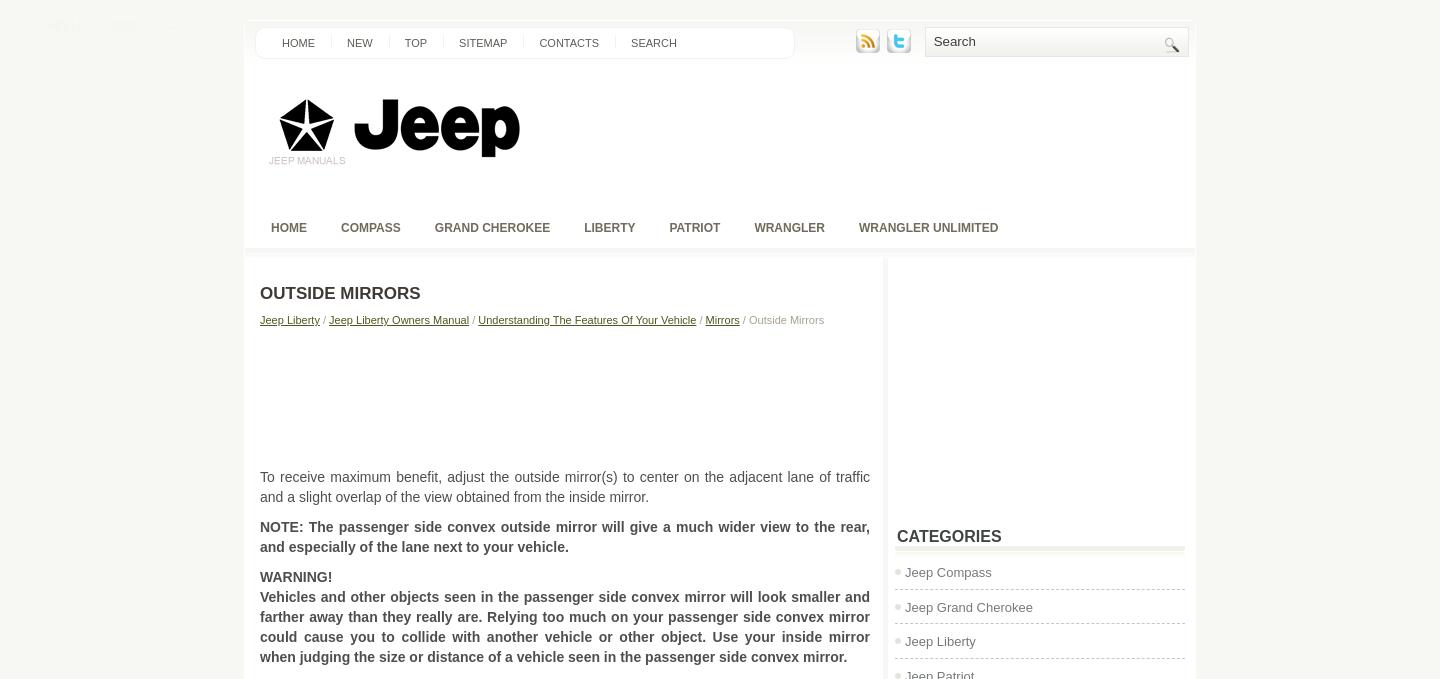  Describe the element at coordinates (295, 575) in the screenshot. I see `'WARNING!'` at that location.